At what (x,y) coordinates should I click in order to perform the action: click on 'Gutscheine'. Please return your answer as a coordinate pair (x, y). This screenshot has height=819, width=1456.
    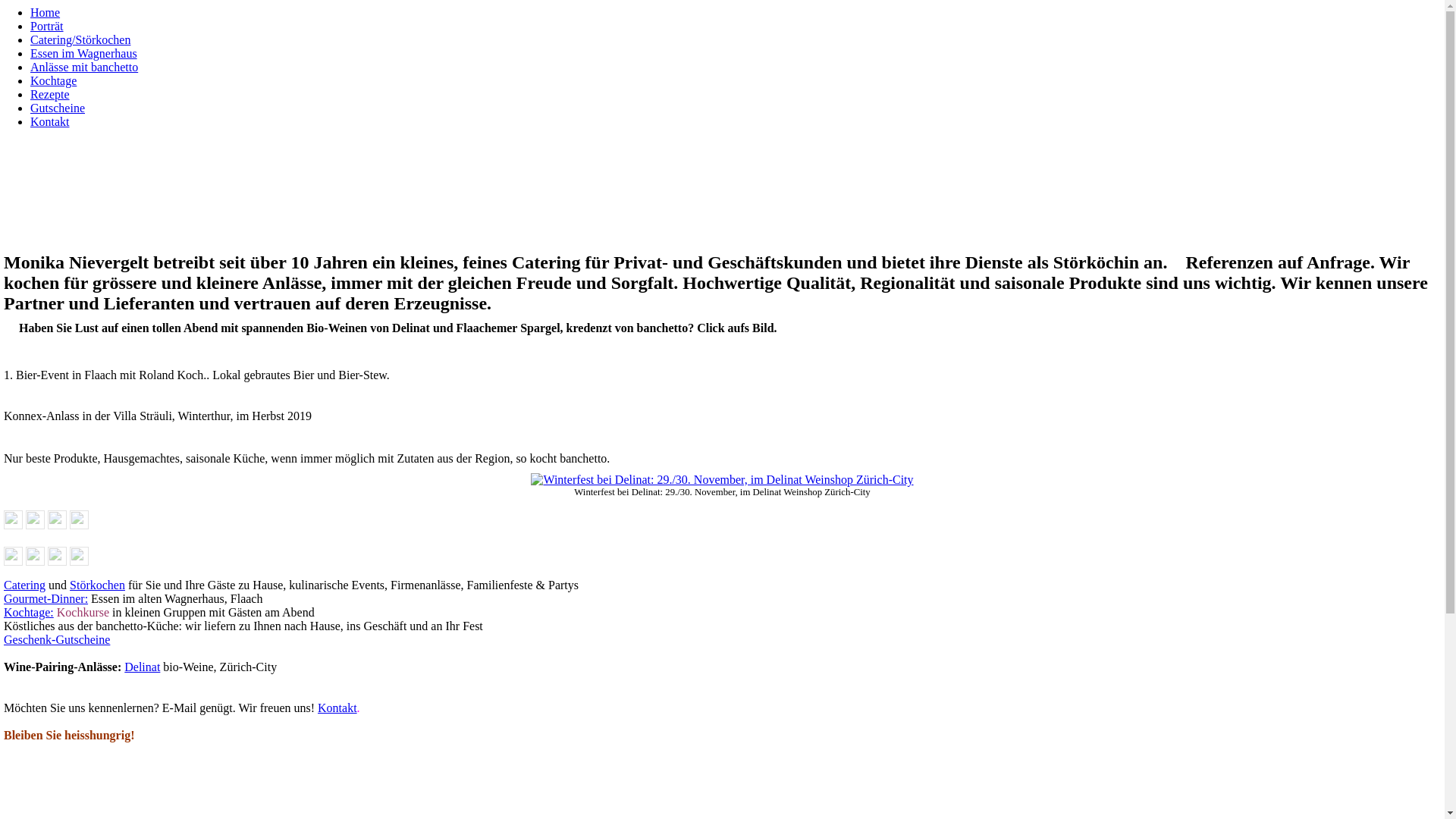
    Looking at the image, I should click on (58, 107).